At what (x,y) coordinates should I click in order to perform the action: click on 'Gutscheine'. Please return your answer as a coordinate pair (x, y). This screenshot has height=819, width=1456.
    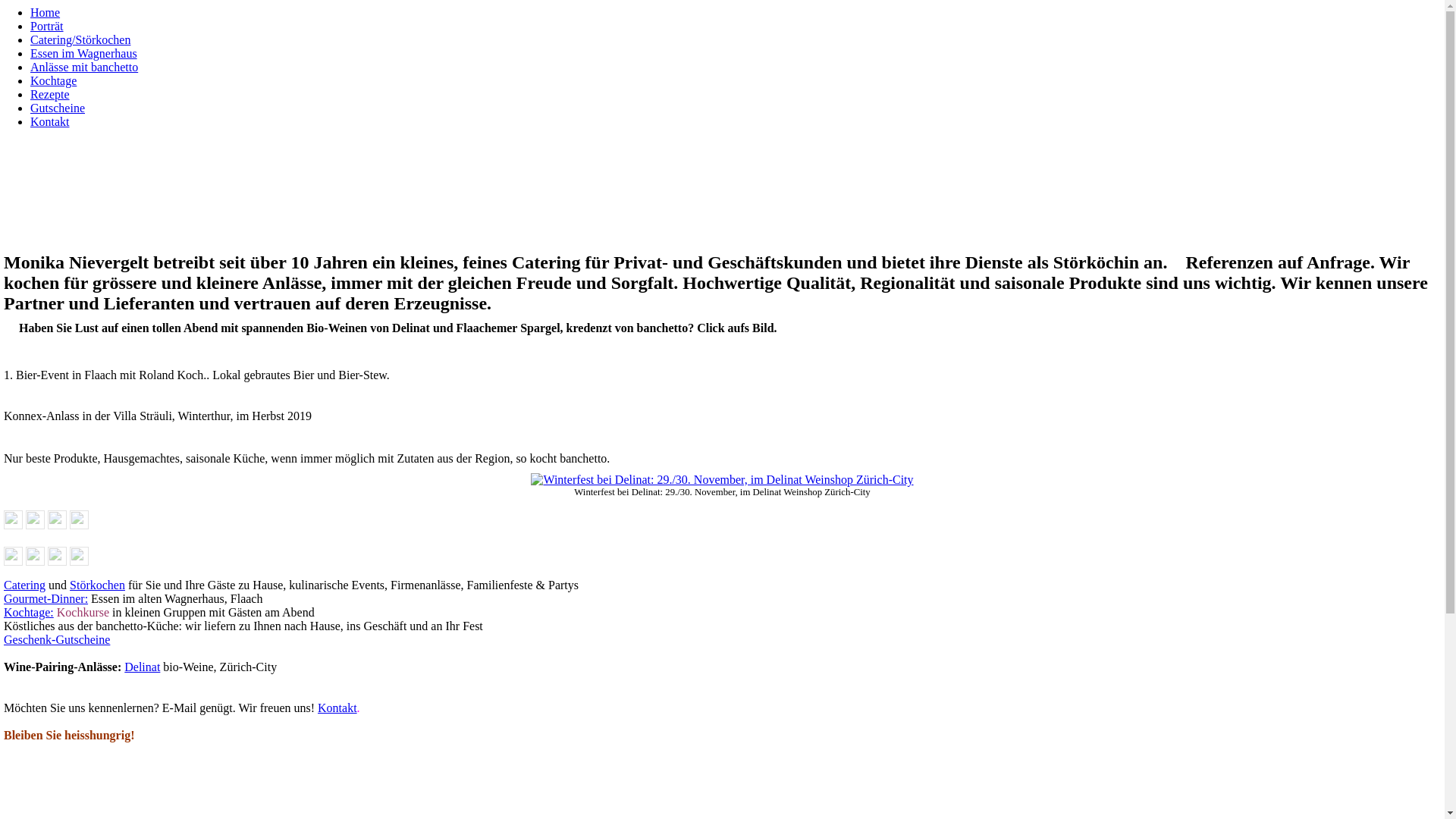
    Looking at the image, I should click on (58, 107).